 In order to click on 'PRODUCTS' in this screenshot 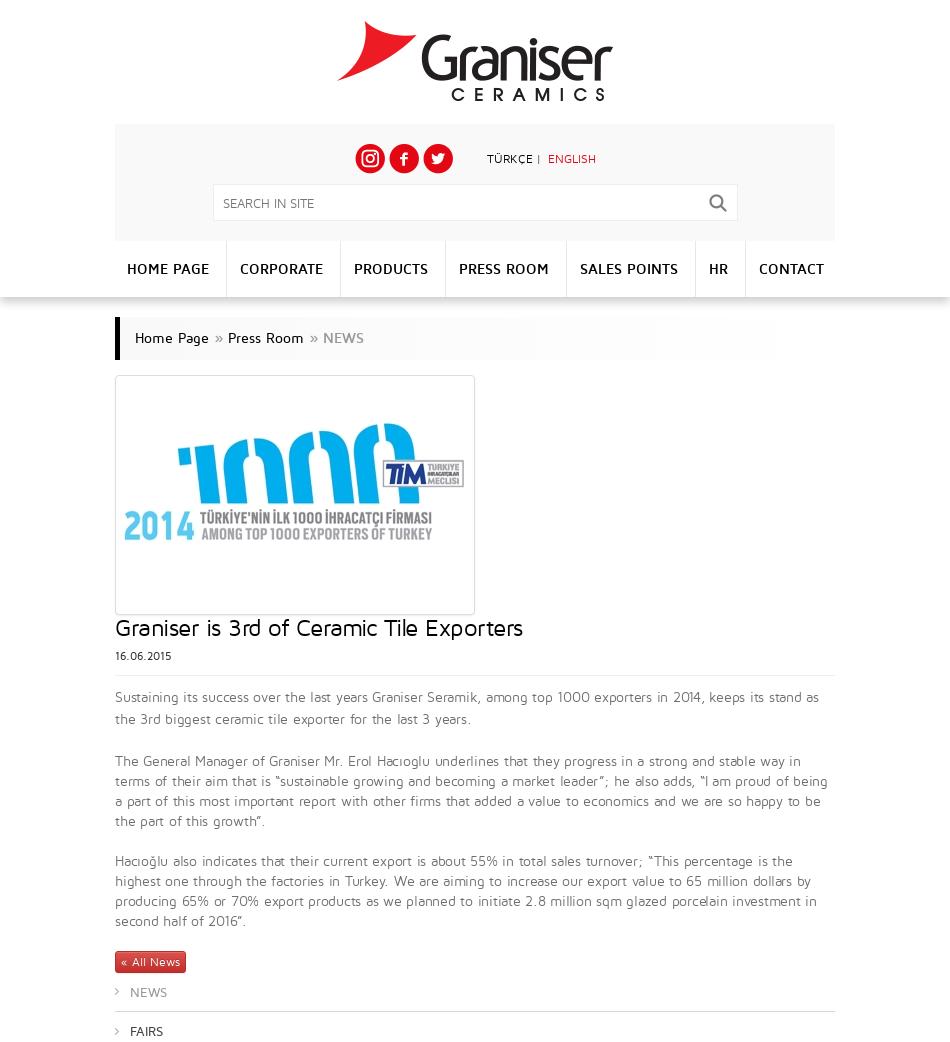, I will do `click(388, 268)`.